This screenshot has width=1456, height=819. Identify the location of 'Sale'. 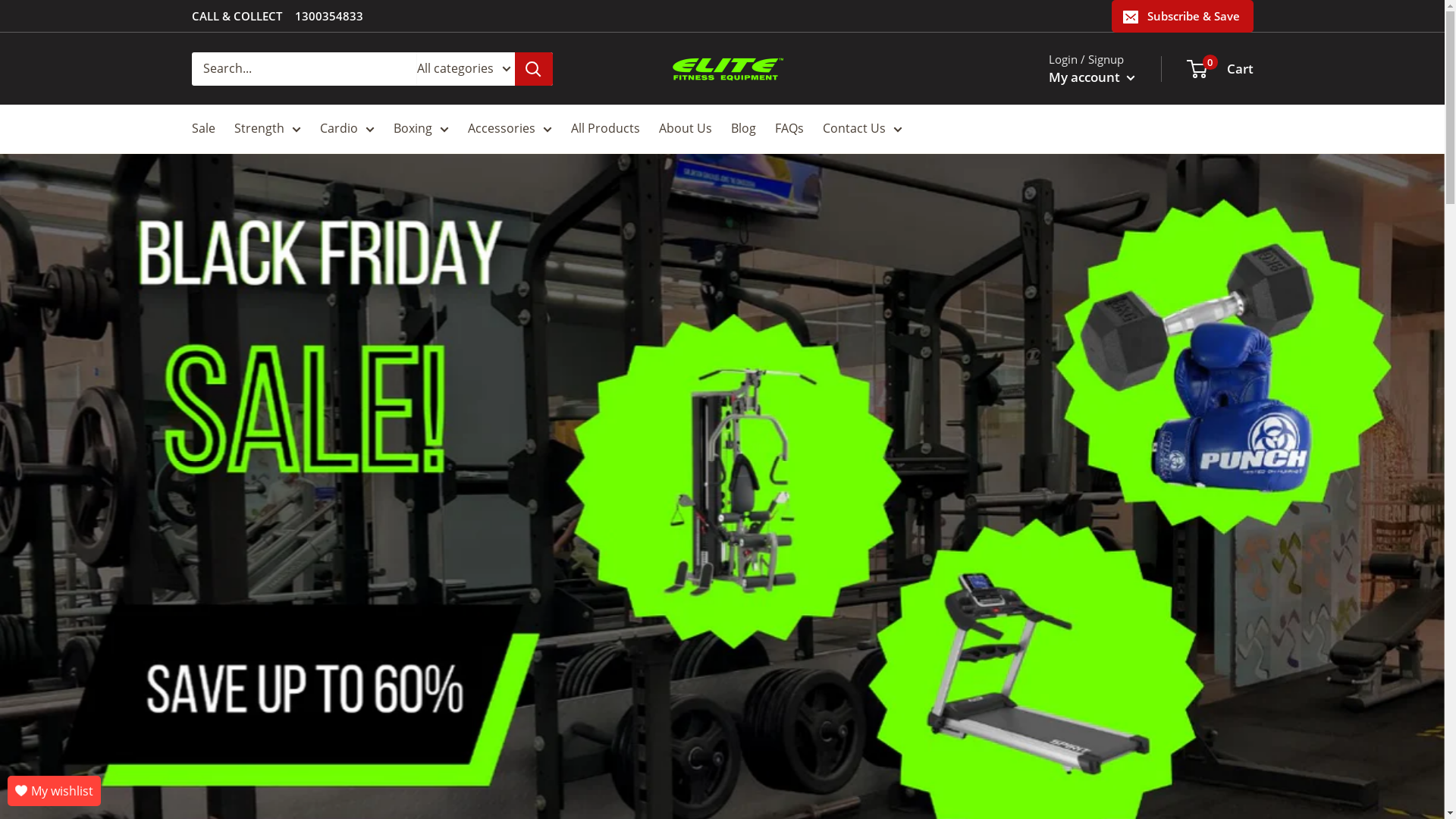
(202, 127).